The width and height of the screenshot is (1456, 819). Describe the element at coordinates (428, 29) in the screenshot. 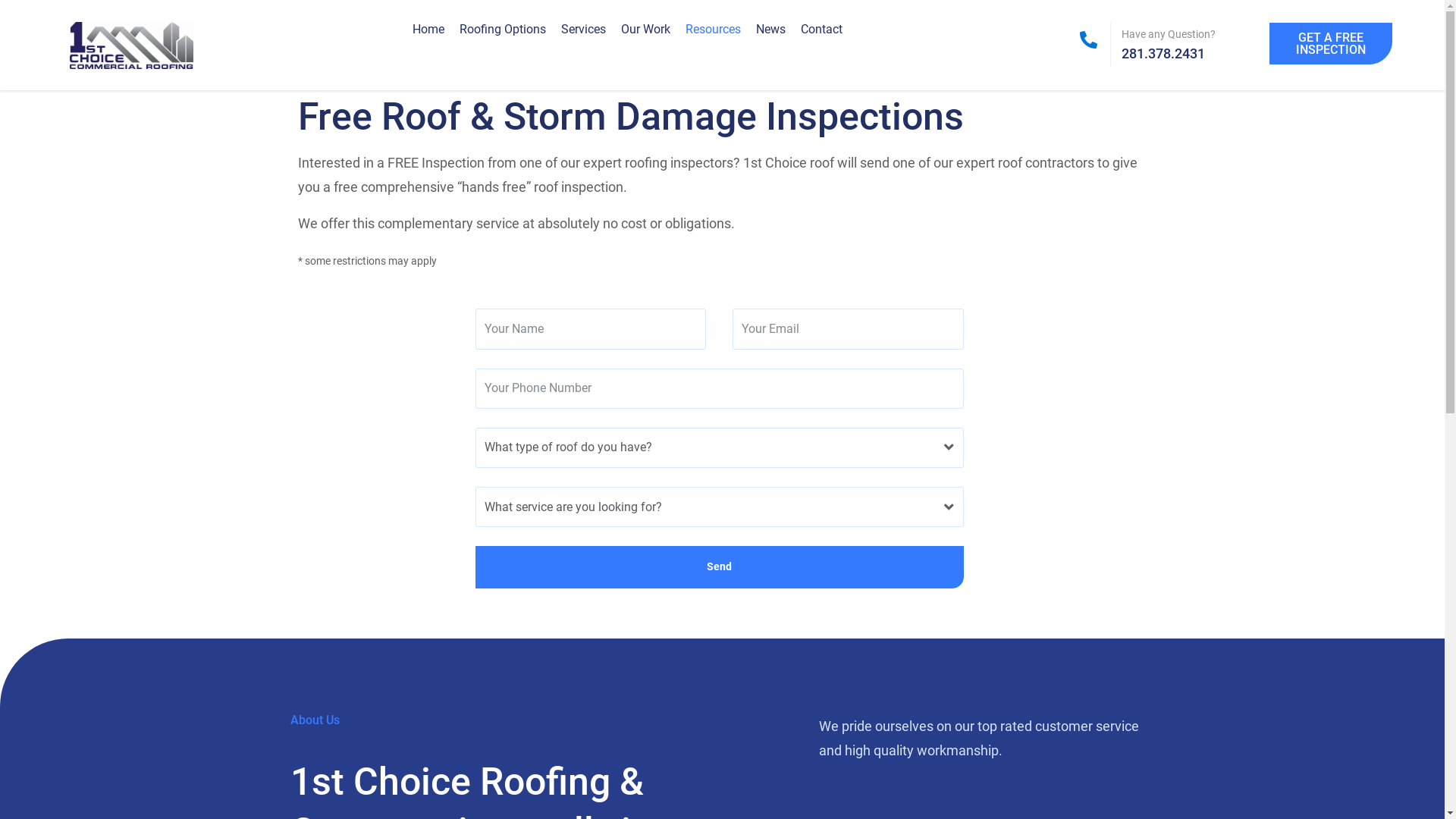

I see `'Home'` at that location.